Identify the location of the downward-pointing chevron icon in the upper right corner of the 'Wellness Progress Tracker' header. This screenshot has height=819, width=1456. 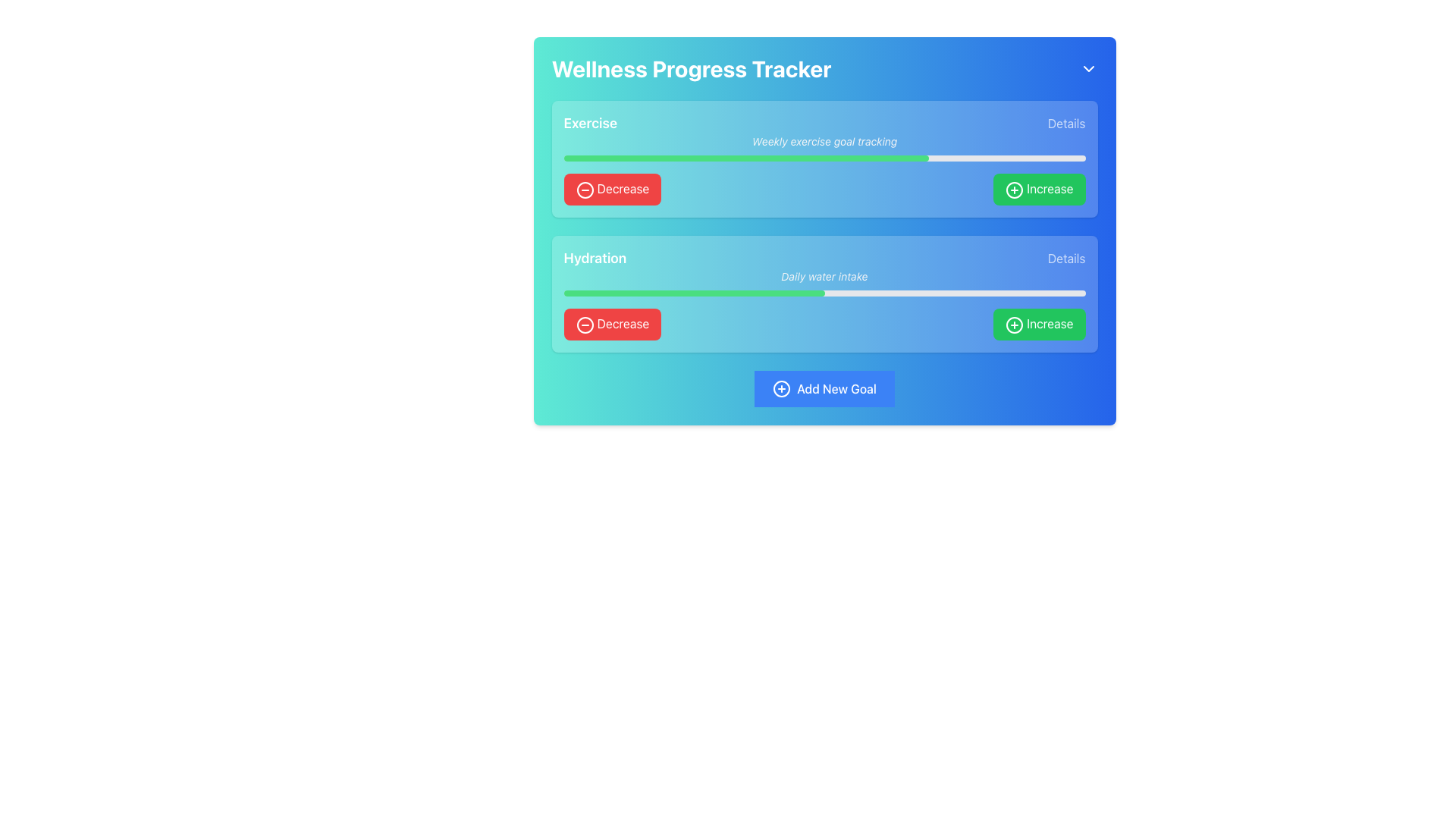
(1087, 69).